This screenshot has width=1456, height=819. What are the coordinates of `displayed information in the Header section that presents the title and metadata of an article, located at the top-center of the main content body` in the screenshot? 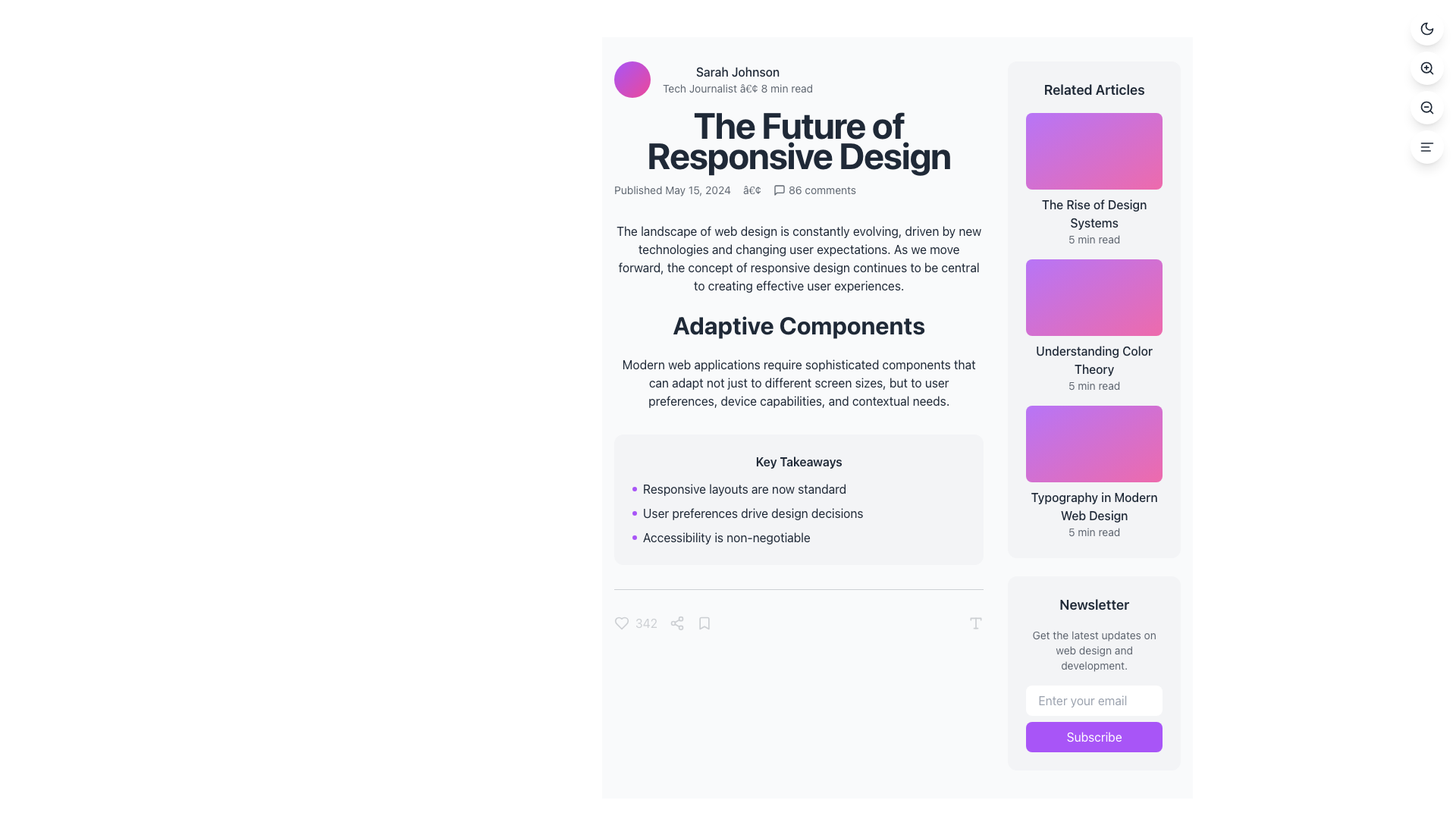 It's located at (798, 128).